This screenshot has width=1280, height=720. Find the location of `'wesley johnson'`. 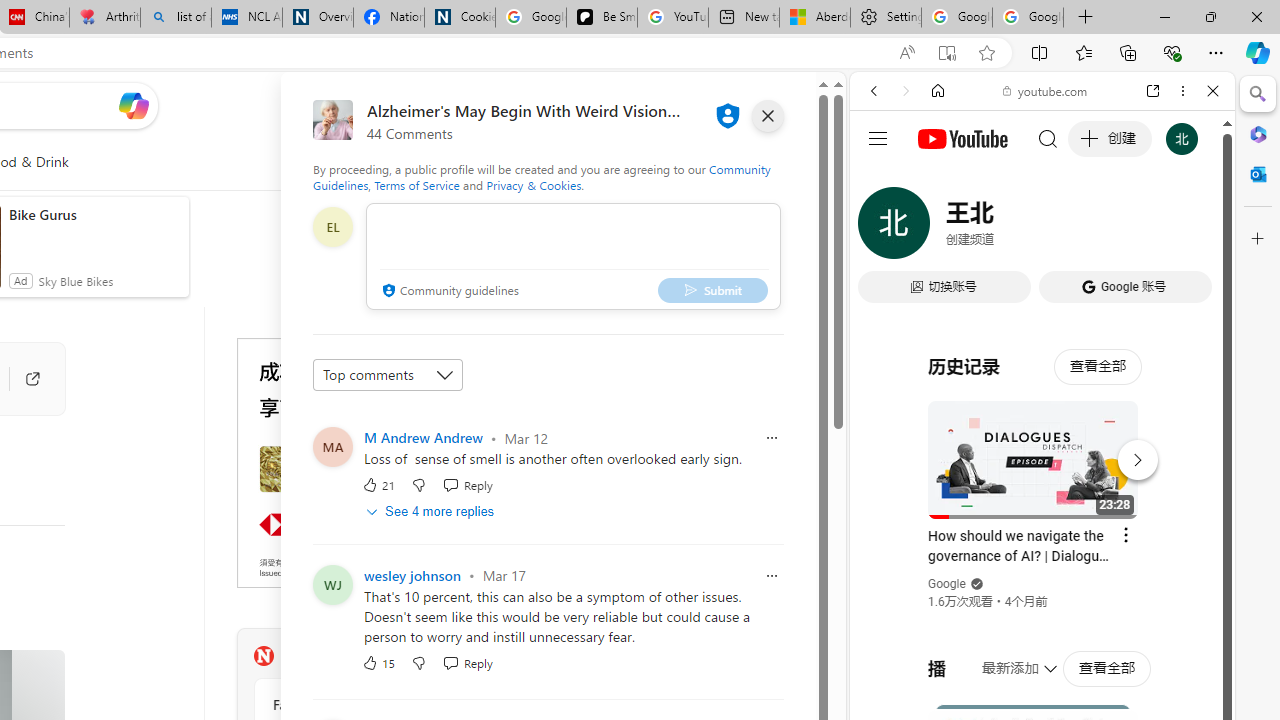

'wesley johnson' is located at coordinates (411, 575).